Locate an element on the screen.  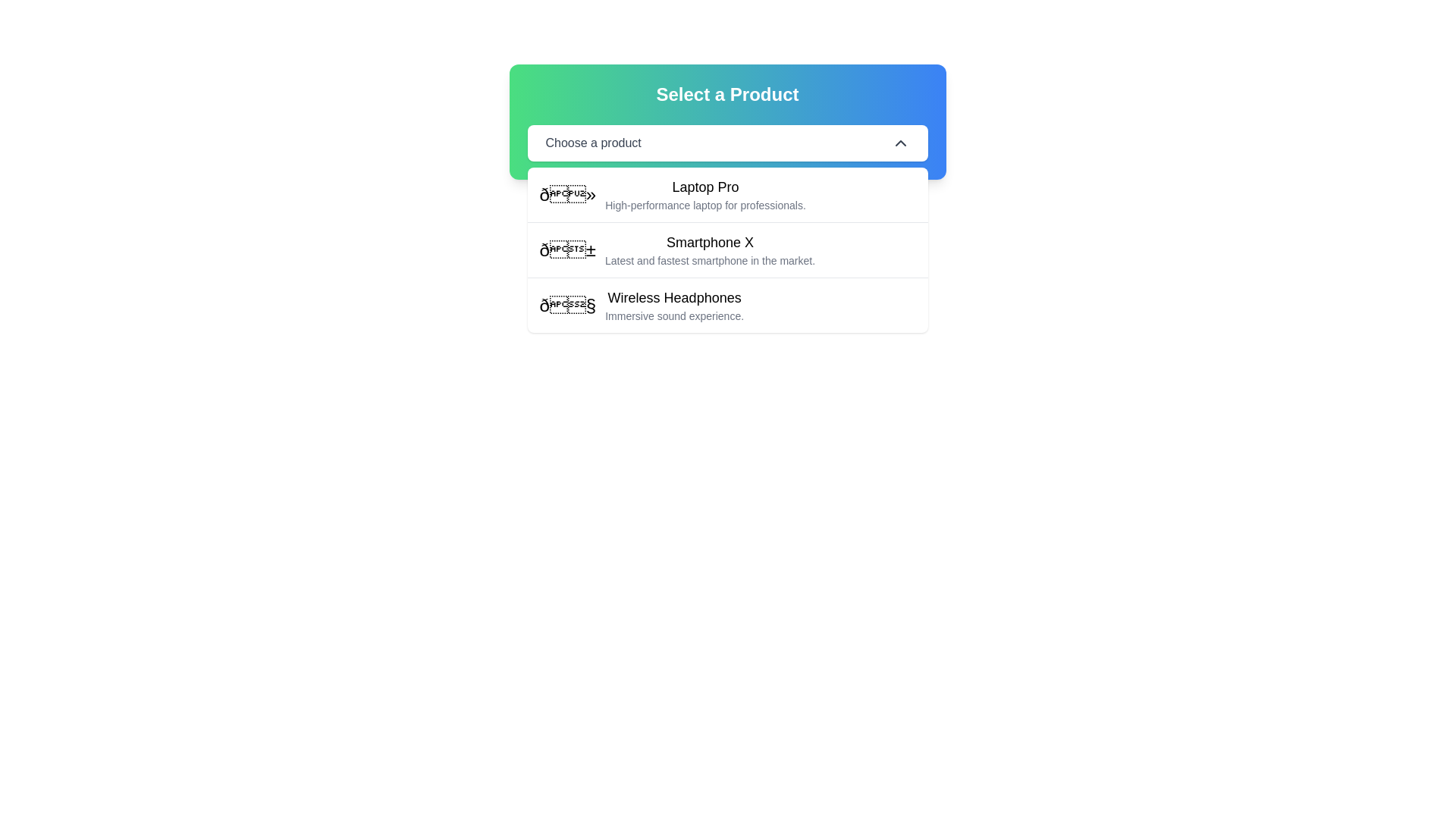
the 'Wireless Headphones' menu item in the dropdown list of the 'Select a Product' interface is located at coordinates (642, 305).